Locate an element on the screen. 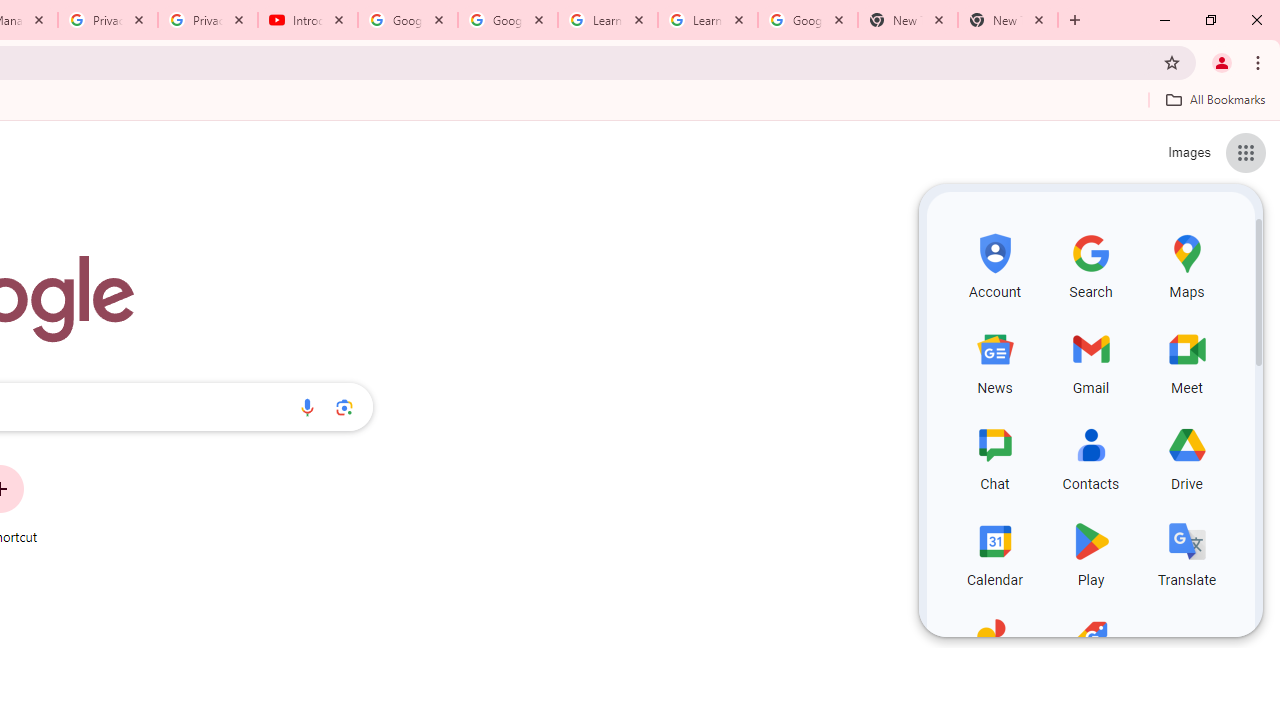 The height and width of the screenshot is (720, 1280). 'Play, row 4 of 5 and column 2 of 3 in the first section' is located at coordinates (1090, 551).